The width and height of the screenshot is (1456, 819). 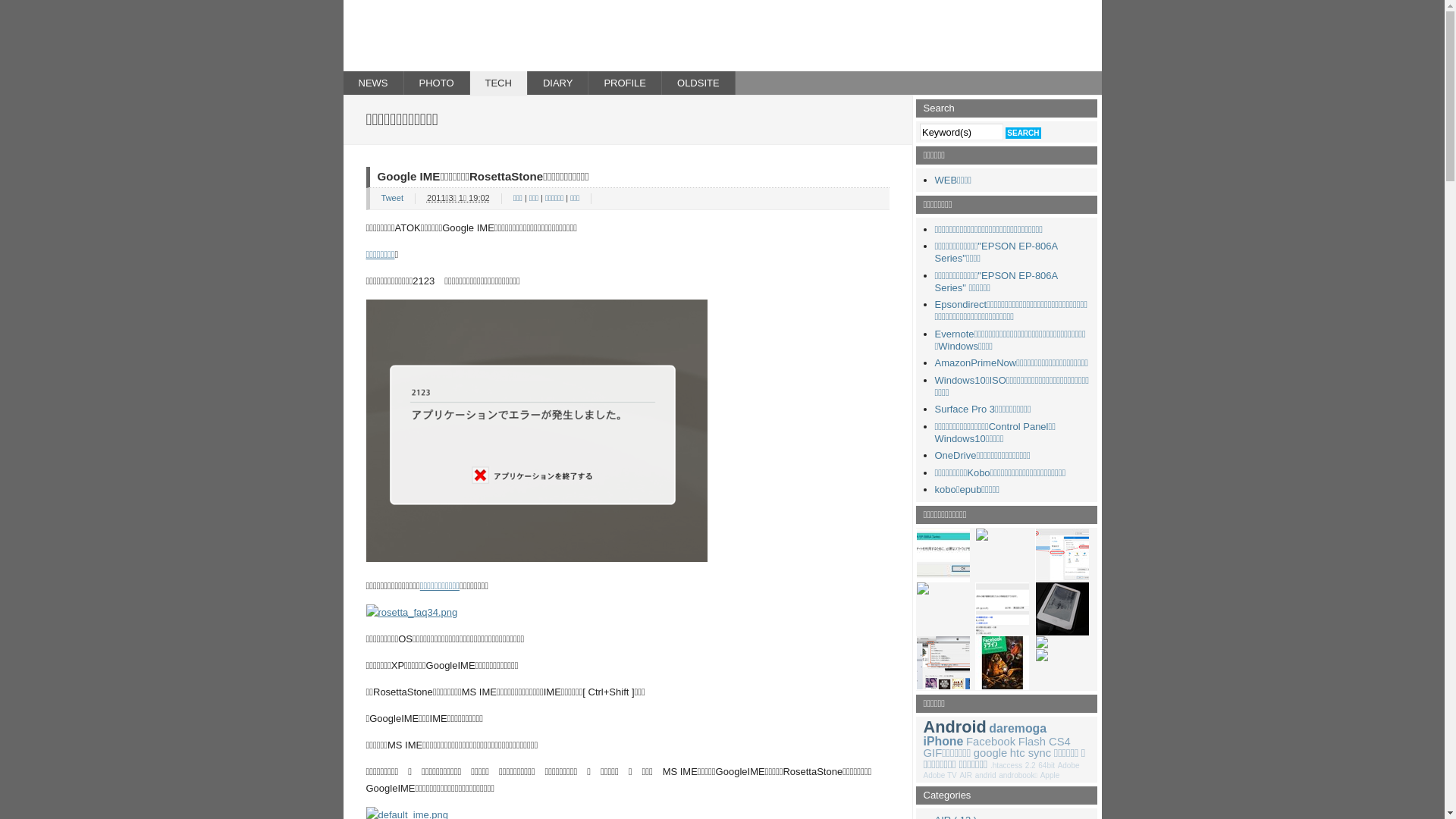 I want to click on 'Android', so click(x=954, y=726).